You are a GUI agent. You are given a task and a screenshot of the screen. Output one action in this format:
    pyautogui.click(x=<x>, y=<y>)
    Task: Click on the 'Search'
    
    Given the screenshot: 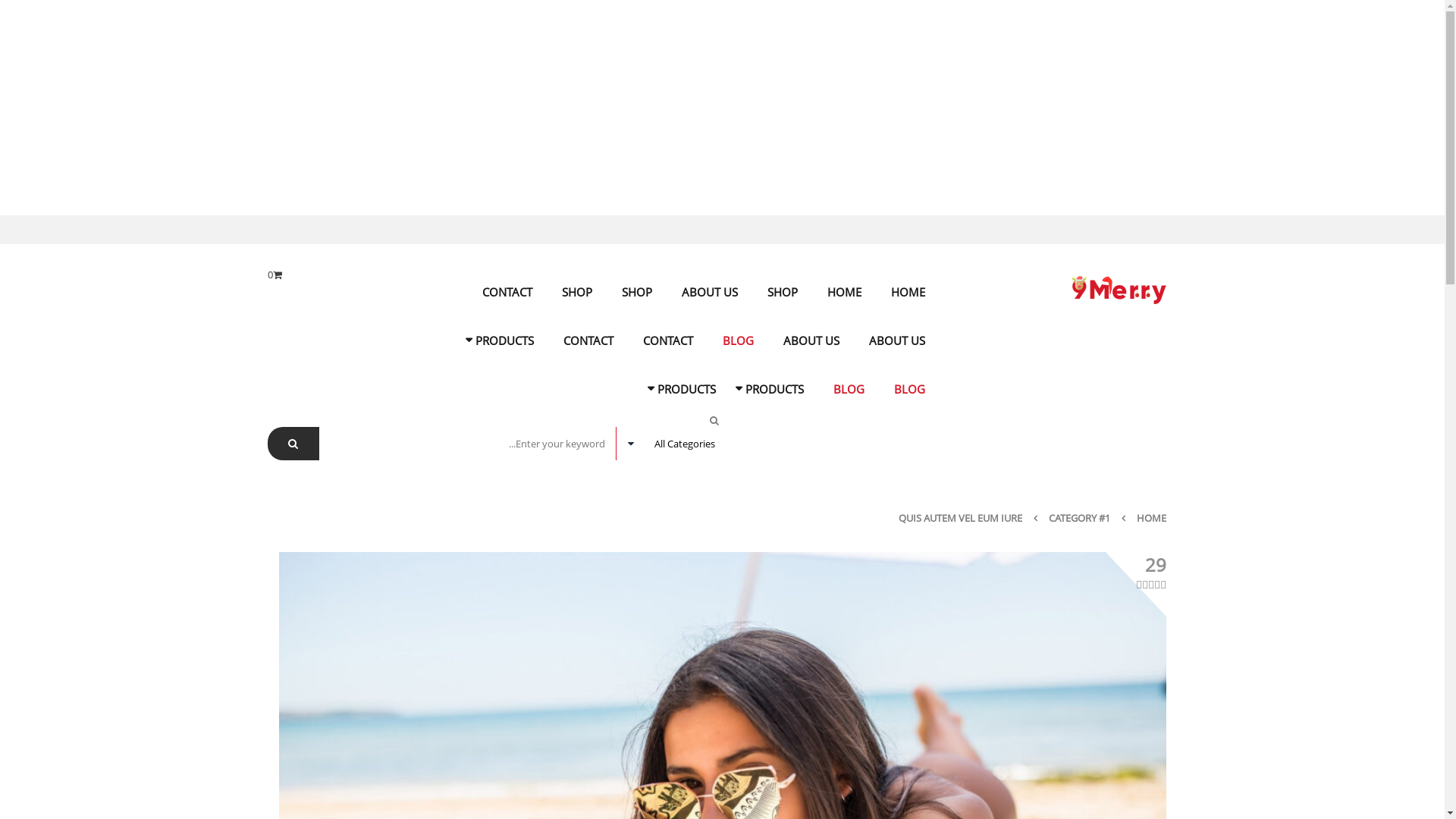 What is the action you would take?
    pyautogui.click(x=292, y=444)
    